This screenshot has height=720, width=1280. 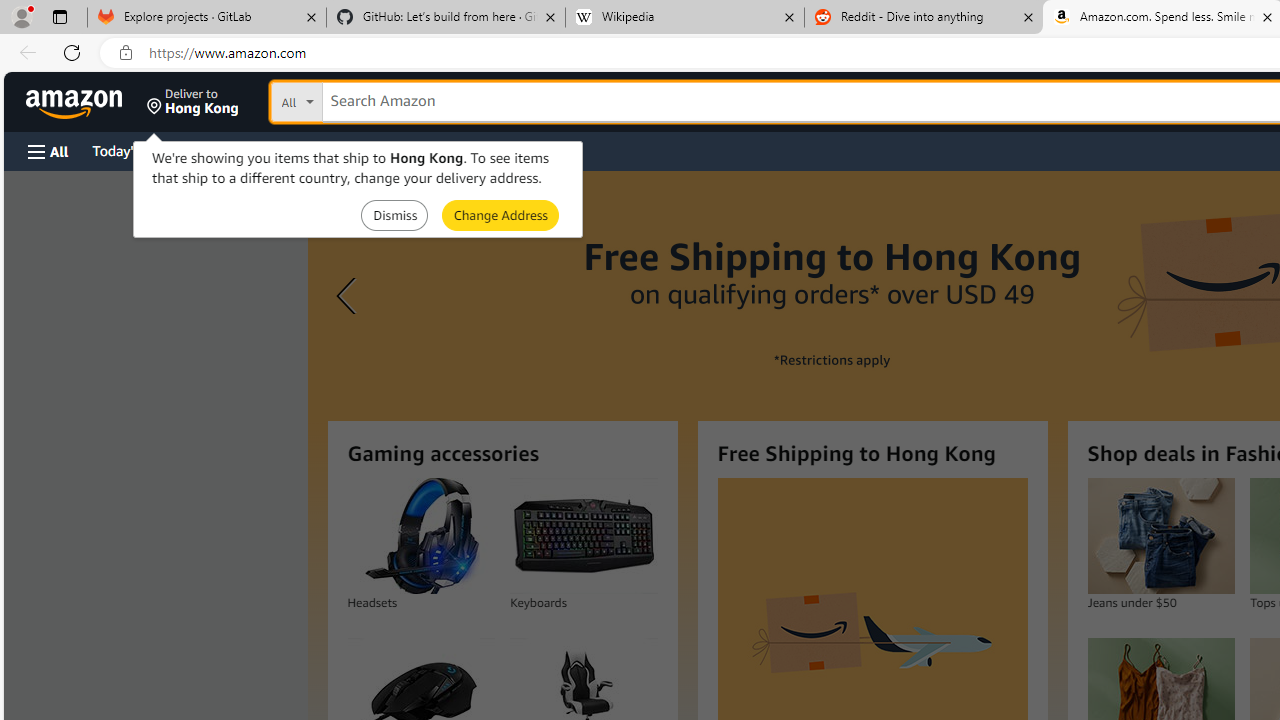 What do you see at coordinates (48, 150) in the screenshot?
I see `'Open Menu'` at bounding box center [48, 150].